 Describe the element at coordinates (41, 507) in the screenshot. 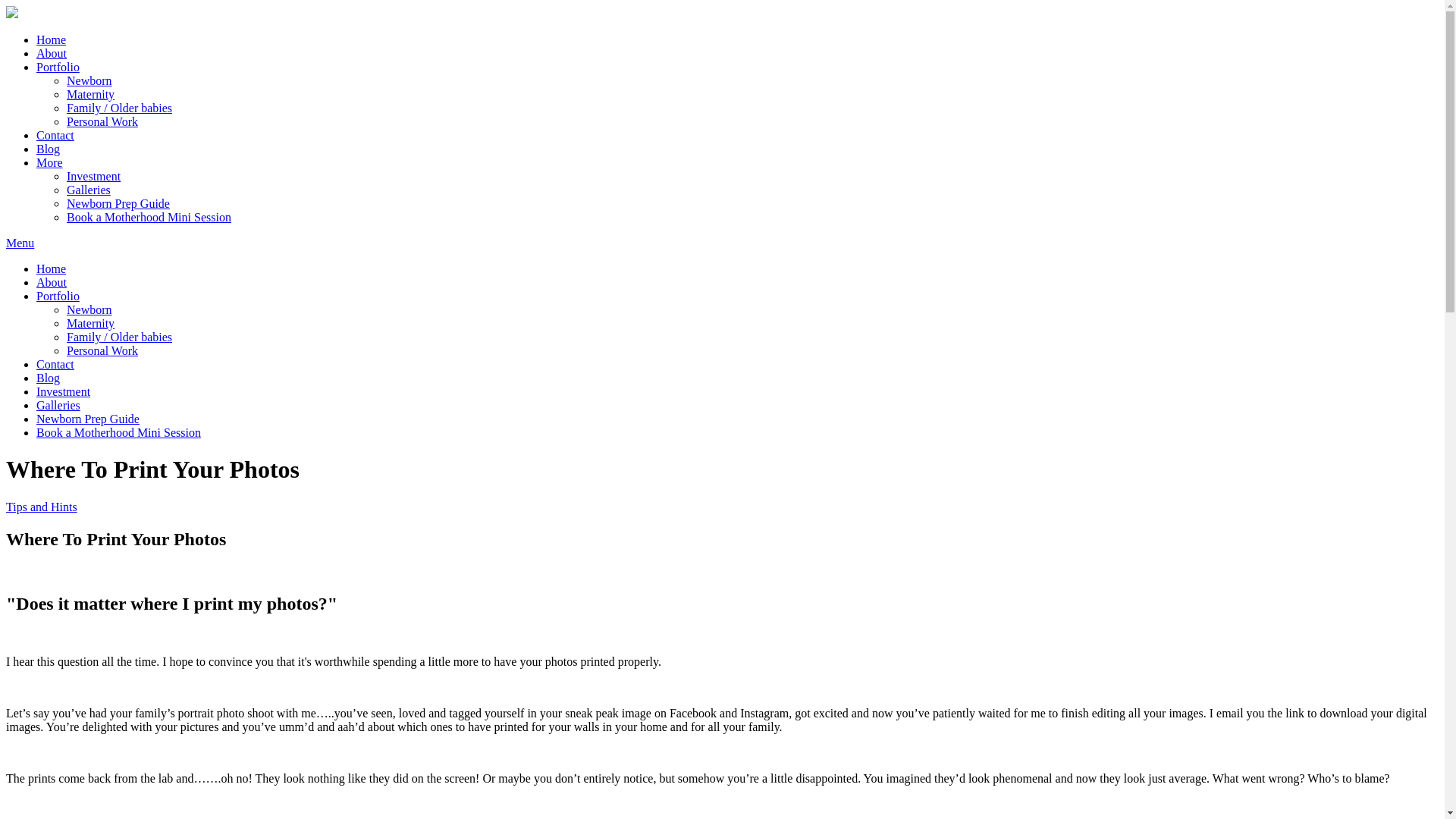

I see `'Tips and Hints'` at that location.